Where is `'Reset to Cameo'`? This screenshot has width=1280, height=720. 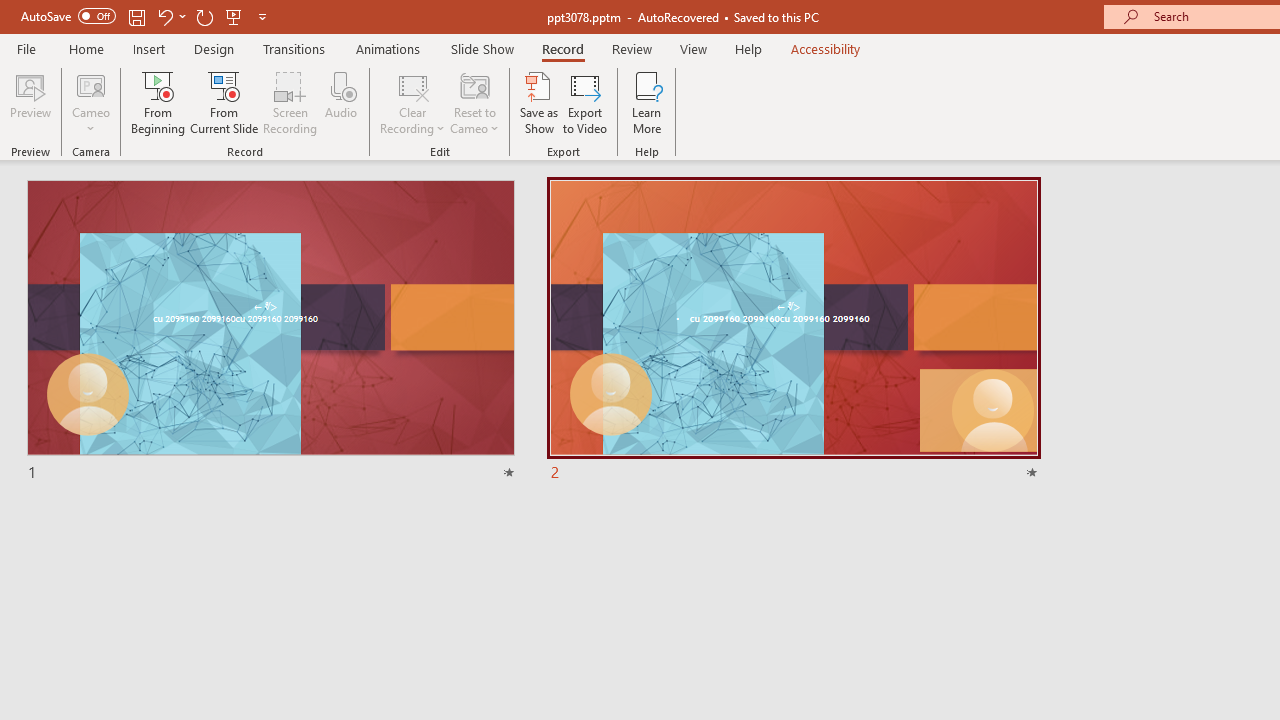
'Reset to Cameo' is located at coordinates (473, 103).